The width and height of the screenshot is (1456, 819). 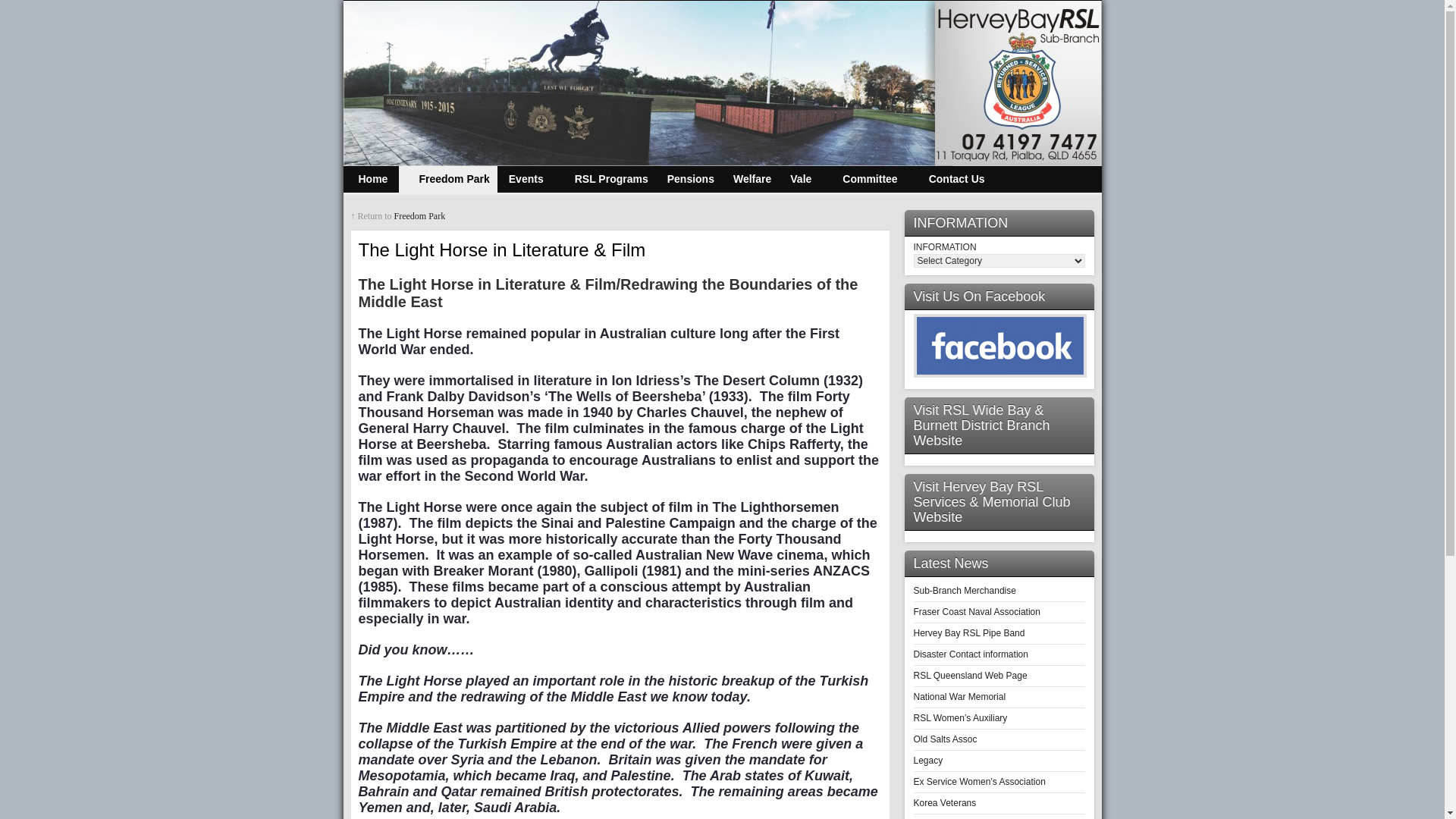 What do you see at coordinates (943, 802) in the screenshot?
I see `'Korea Veterans'` at bounding box center [943, 802].